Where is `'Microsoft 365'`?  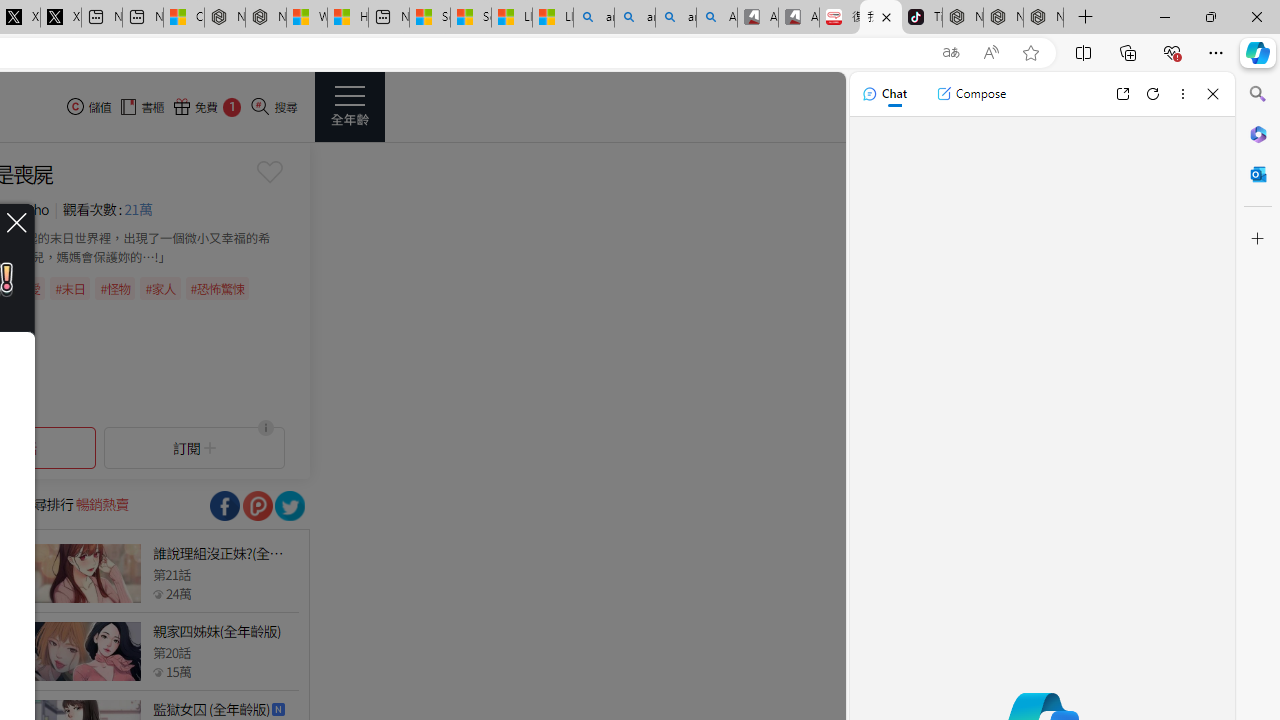 'Microsoft 365' is located at coordinates (1257, 133).